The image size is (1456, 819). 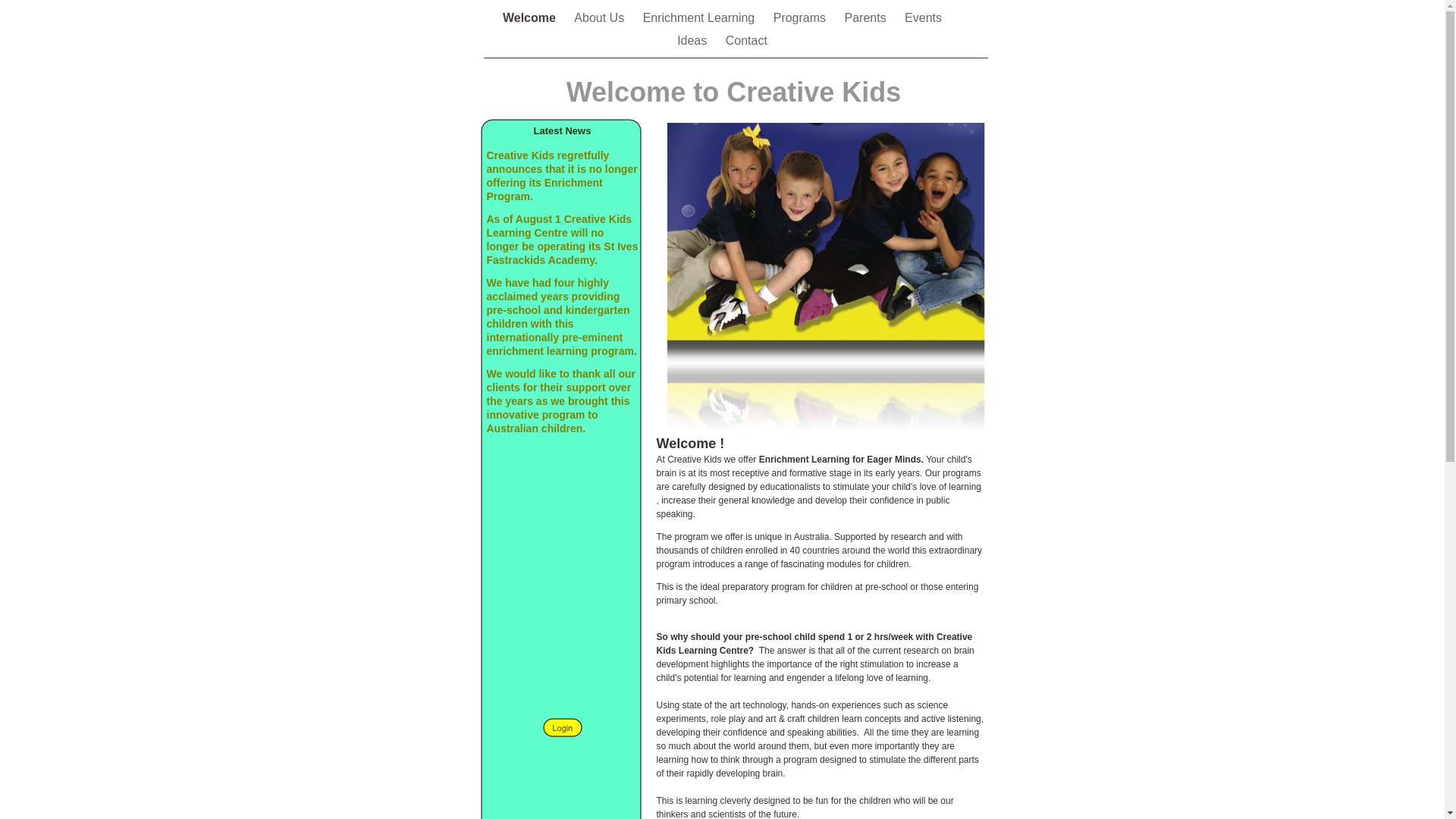 What do you see at coordinates (905, 17) in the screenshot?
I see `'Events'` at bounding box center [905, 17].